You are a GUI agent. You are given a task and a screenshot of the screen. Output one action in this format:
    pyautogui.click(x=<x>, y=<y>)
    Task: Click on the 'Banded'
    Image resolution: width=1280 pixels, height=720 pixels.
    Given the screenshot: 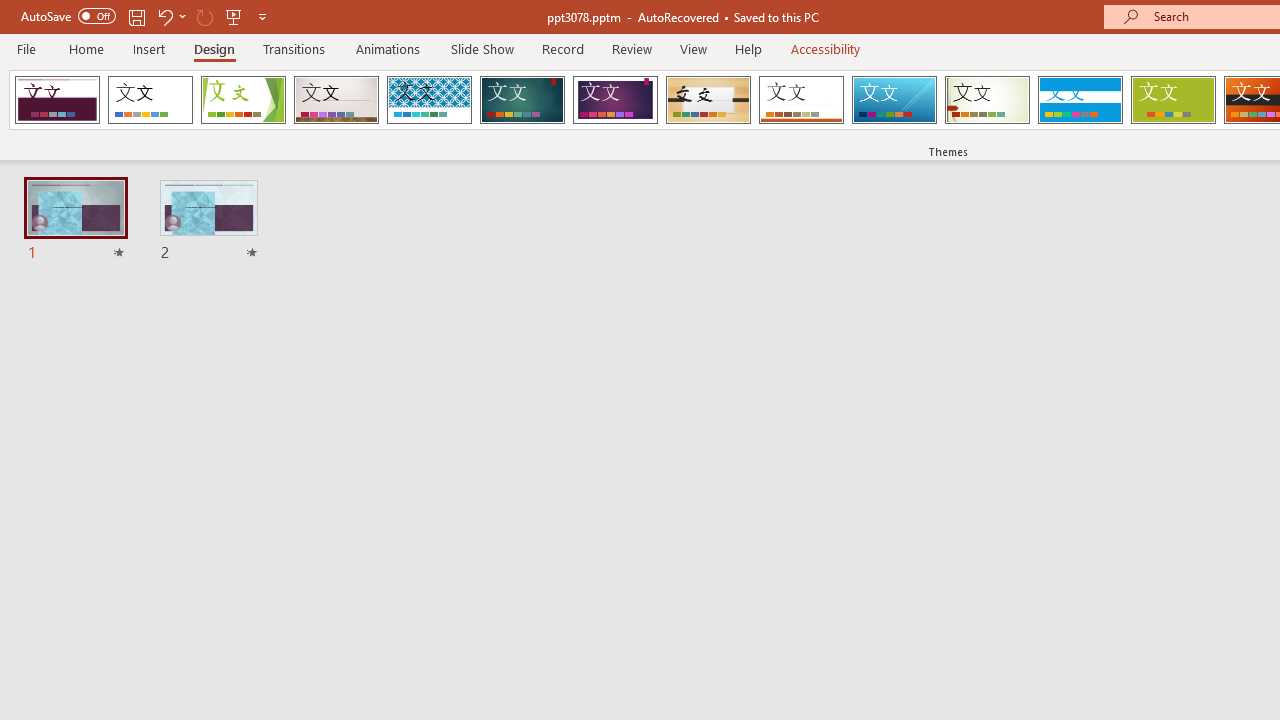 What is the action you would take?
    pyautogui.click(x=1079, y=100)
    